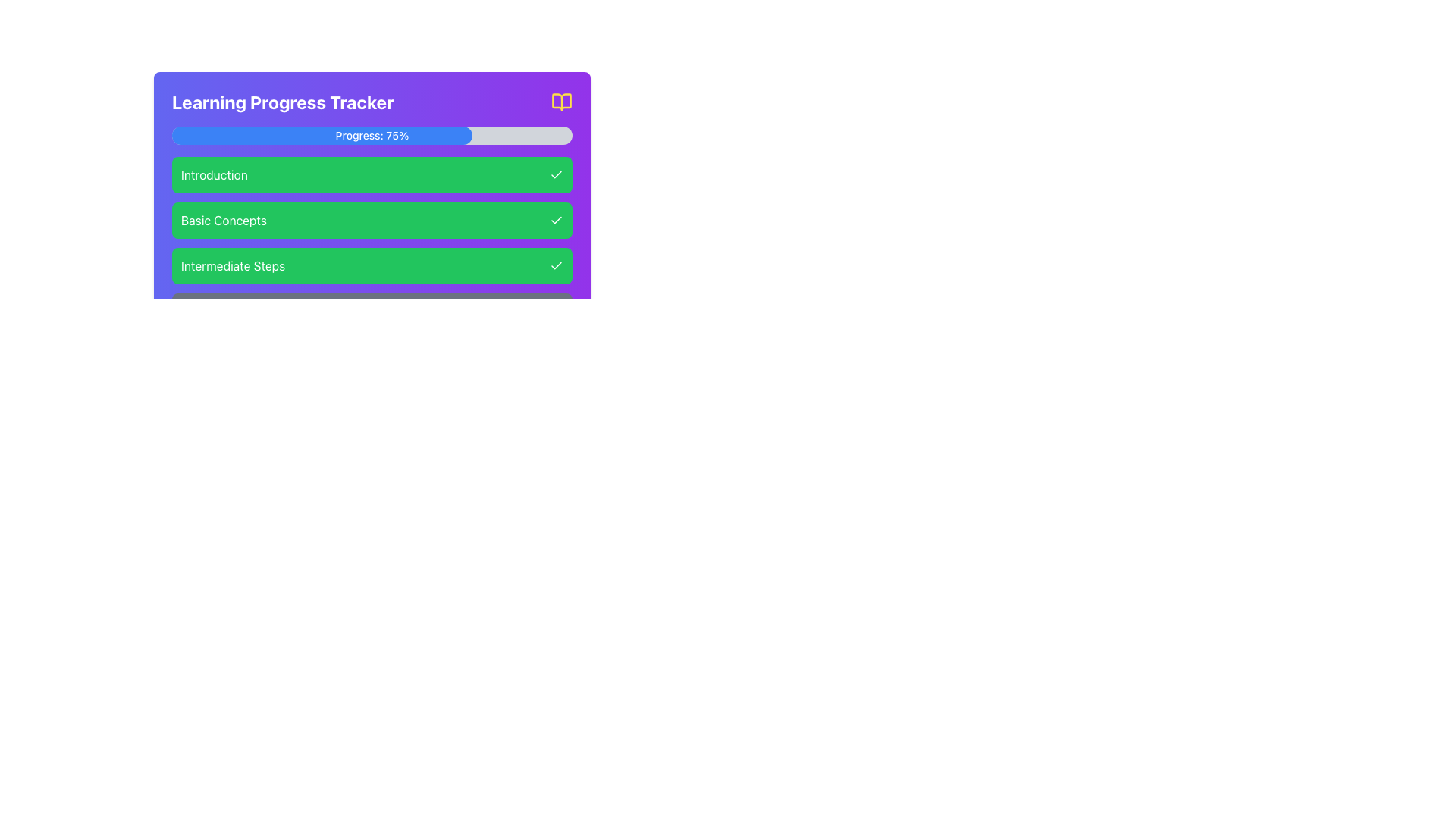  I want to click on the vibrant yellow open book icon located at the top-right corner of the 'Learning Progress Tracker' panel, so click(560, 102).